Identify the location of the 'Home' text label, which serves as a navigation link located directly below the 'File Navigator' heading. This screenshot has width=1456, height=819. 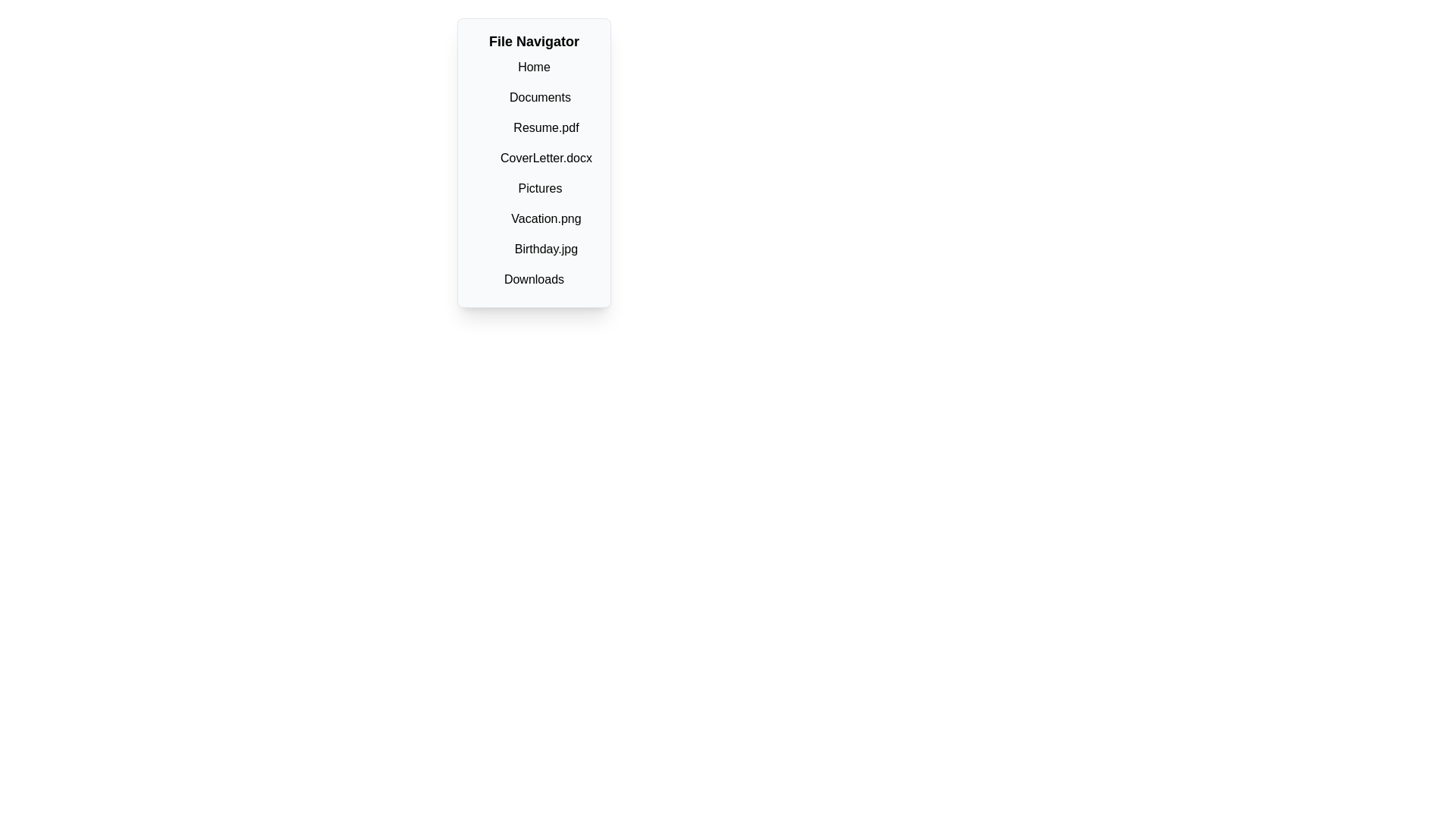
(534, 66).